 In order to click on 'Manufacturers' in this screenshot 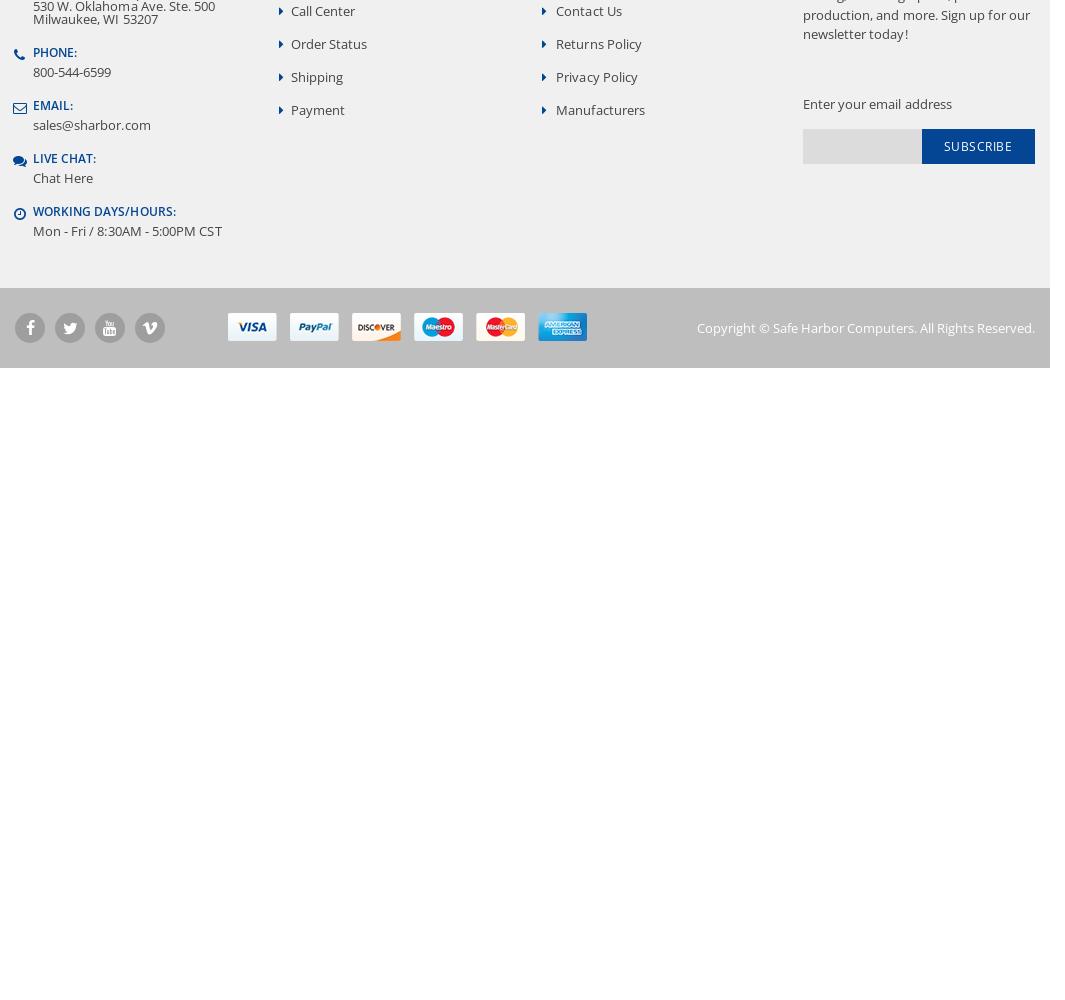, I will do `click(600, 108)`.